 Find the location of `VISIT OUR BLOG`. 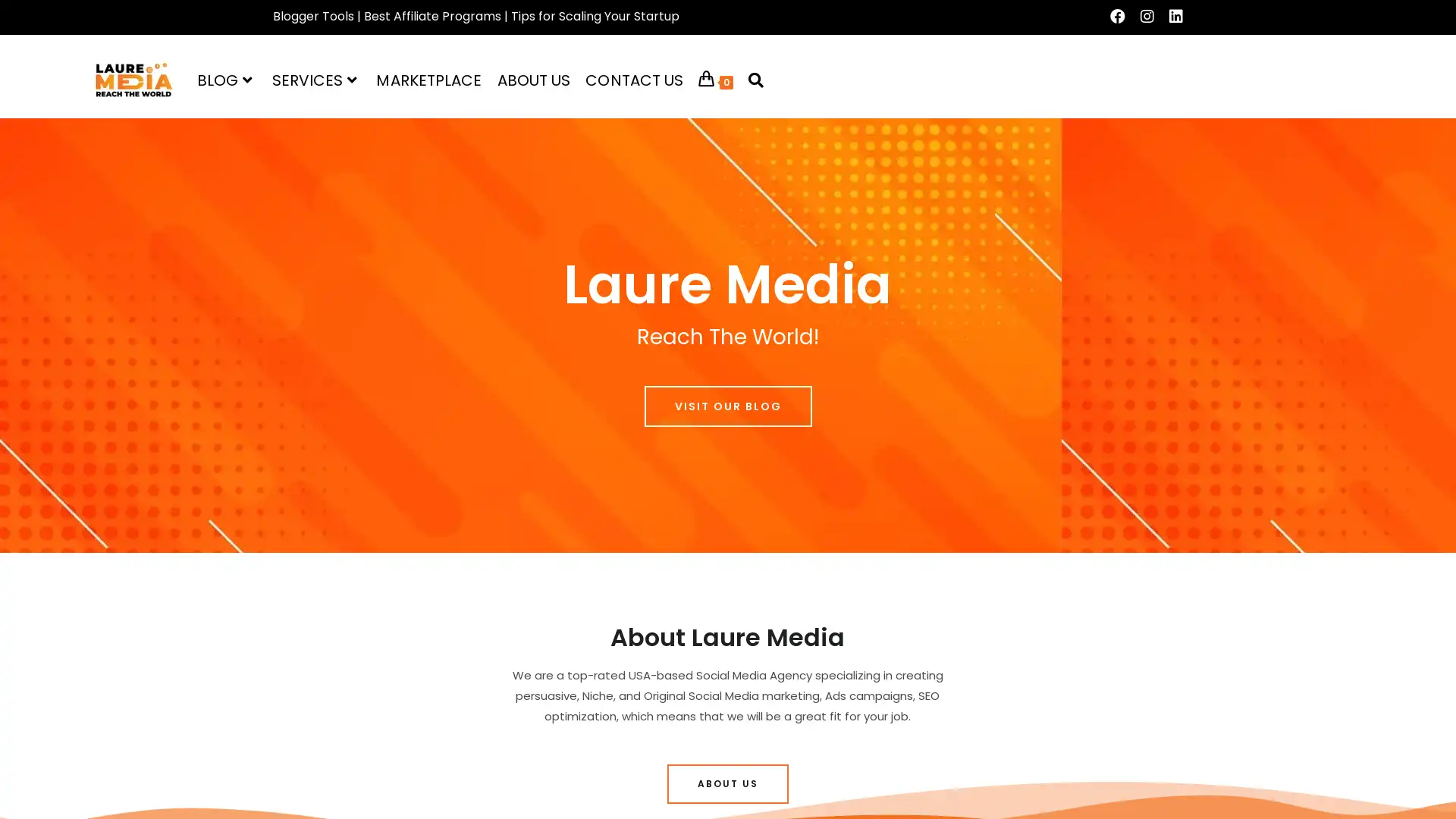

VISIT OUR BLOG is located at coordinates (726, 405).